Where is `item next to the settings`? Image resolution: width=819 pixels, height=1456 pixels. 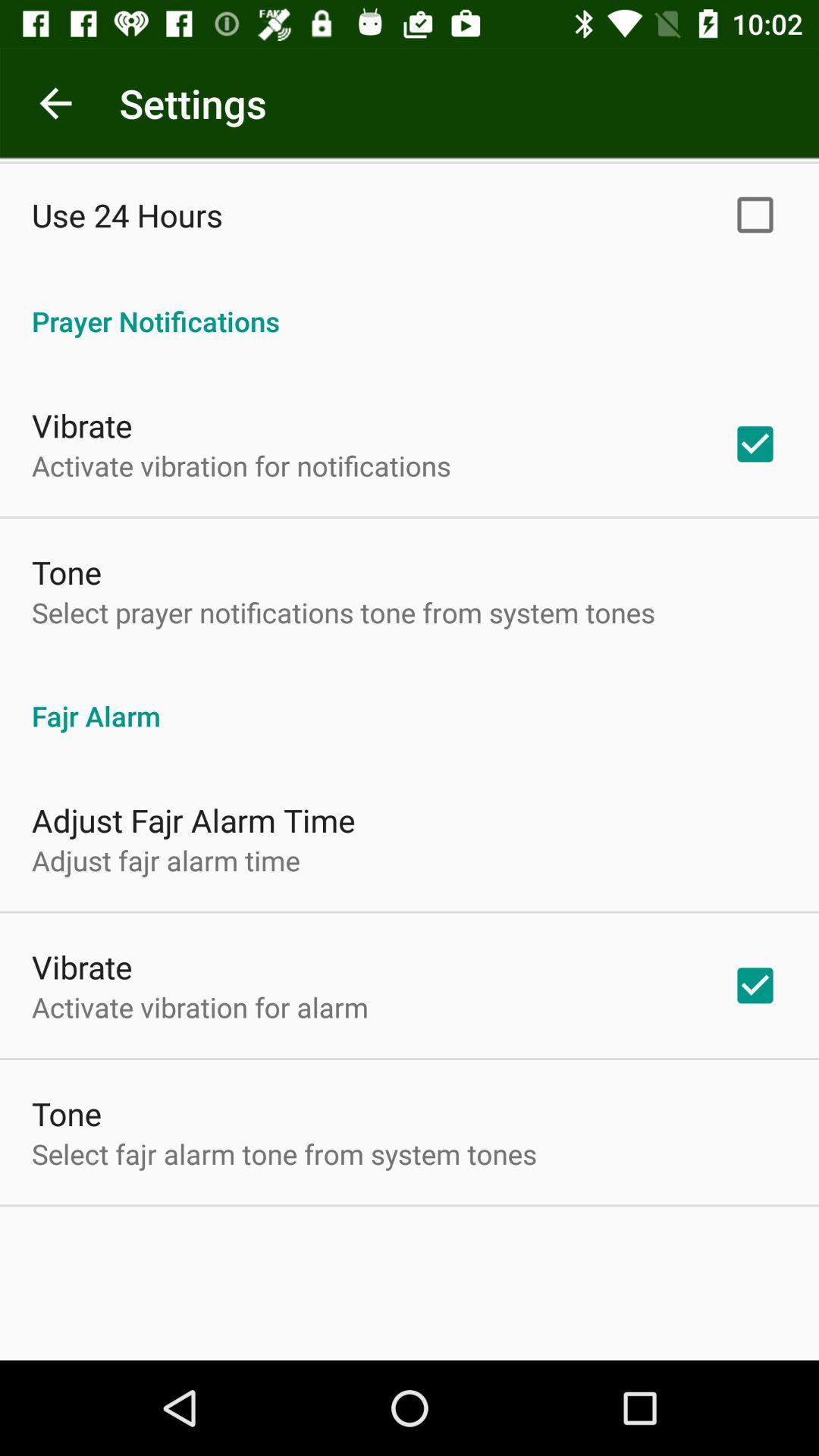
item next to the settings is located at coordinates (55, 102).